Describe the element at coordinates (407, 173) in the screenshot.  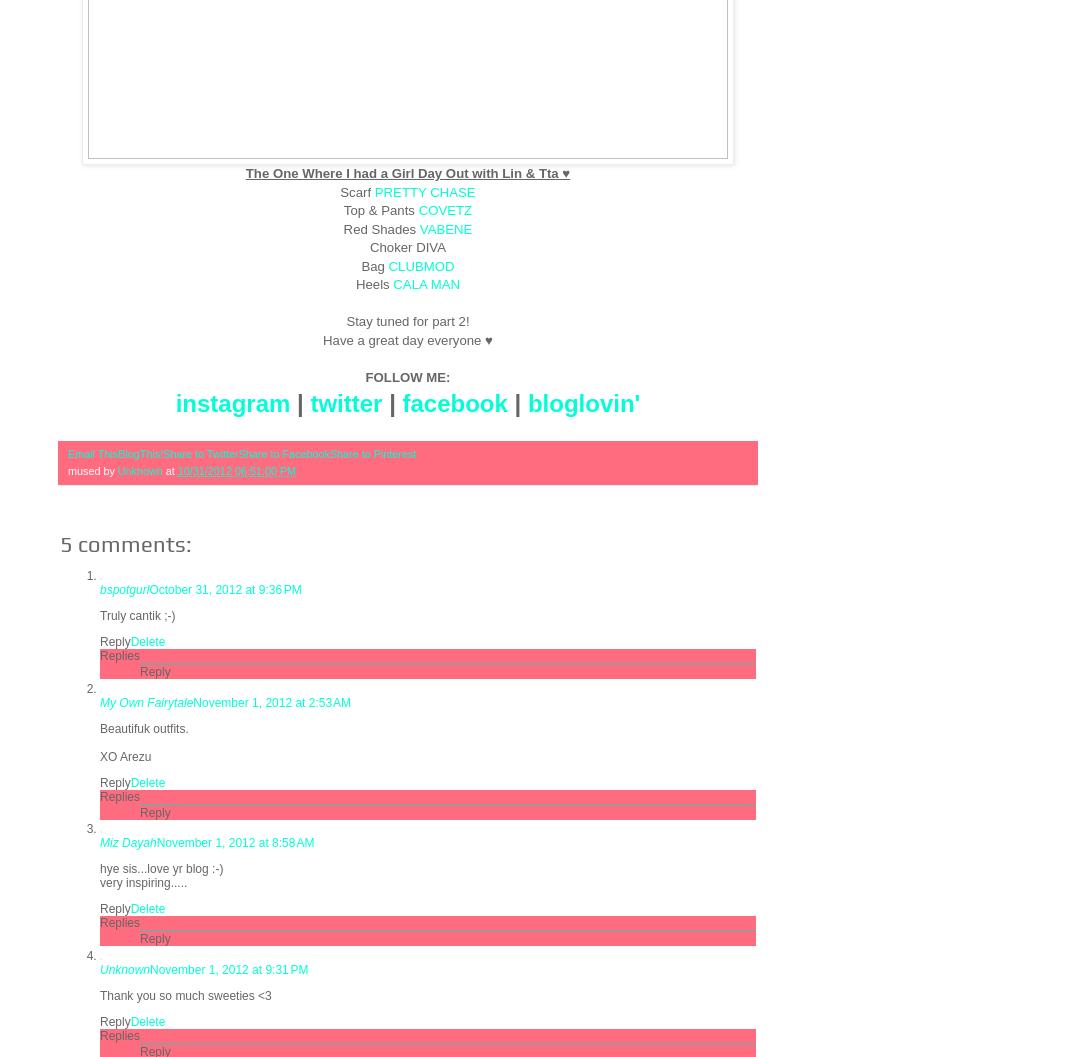
I see `'The One Where I had a Girl Day Out with Lin & Tta ♥'` at that location.